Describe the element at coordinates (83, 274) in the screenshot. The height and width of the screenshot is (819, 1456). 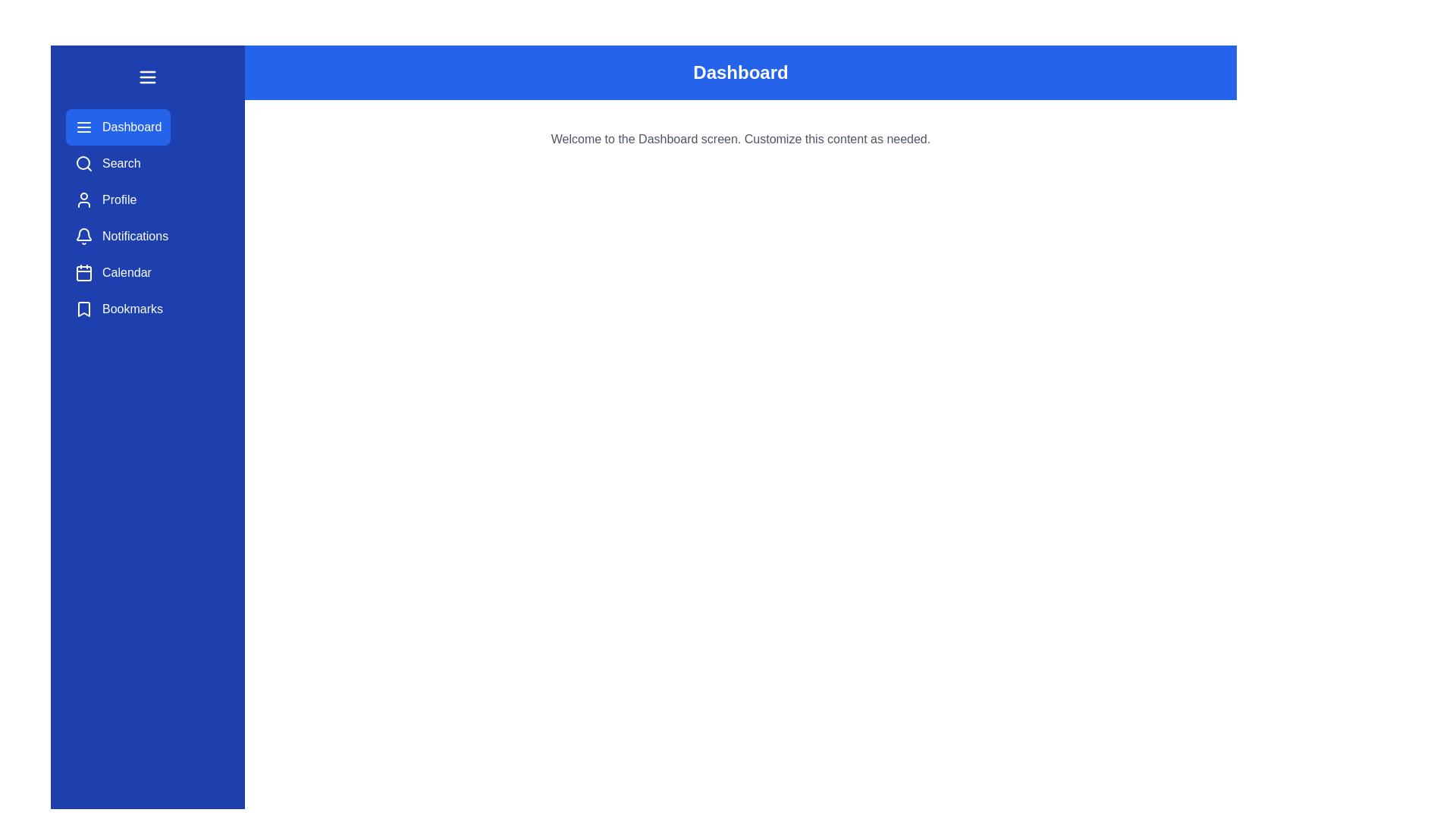
I see `the blue rectangular graphic with rounded corners located within the calendar icon in the application's sidebar` at that location.